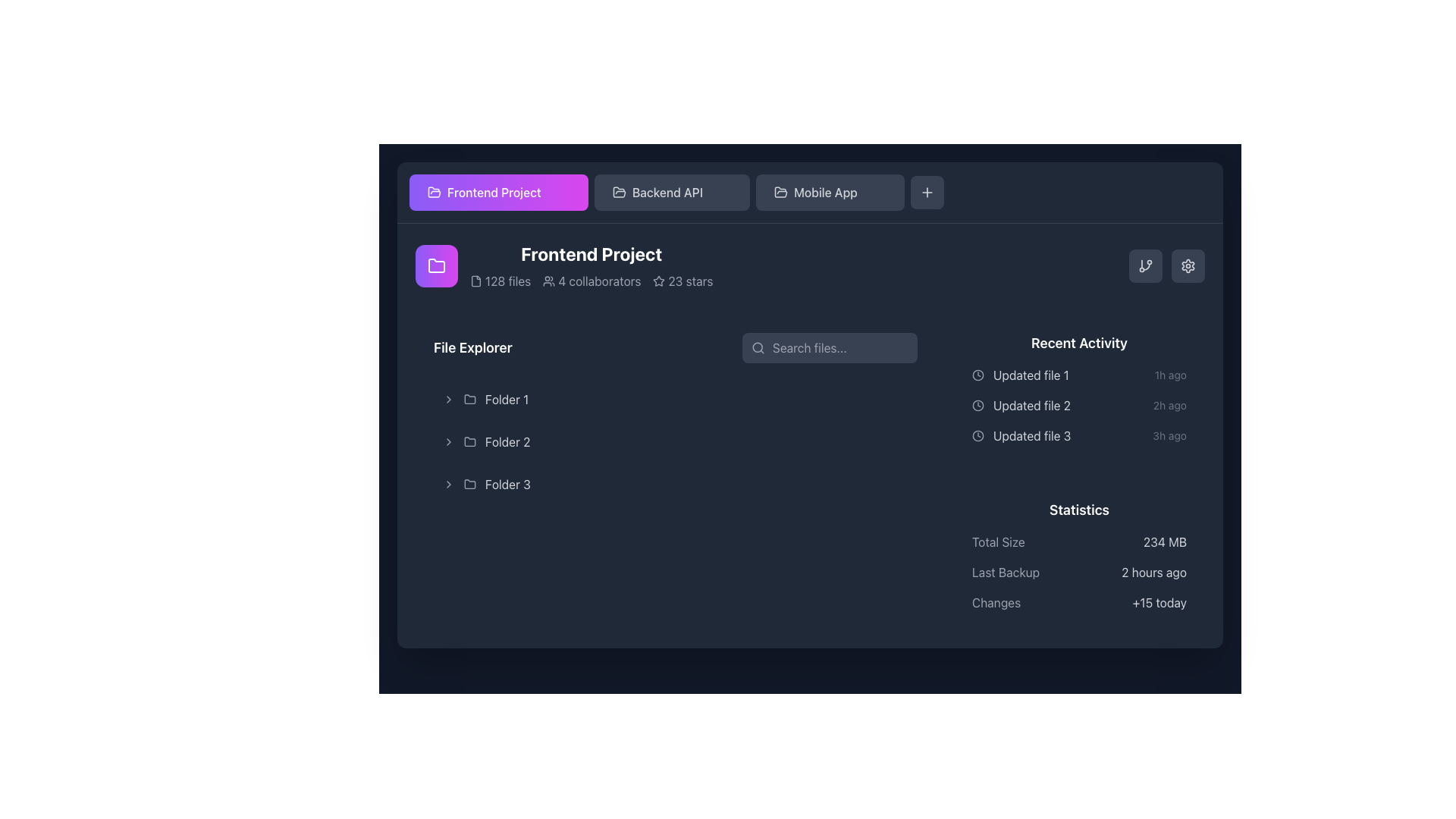 This screenshot has width=1456, height=819. What do you see at coordinates (469, 441) in the screenshot?
I see `the folder icon representing 'Folder 2' in the File Explorer panel, which is located to the left of the label 'Folder 2'` at bounding box center [469, 441].